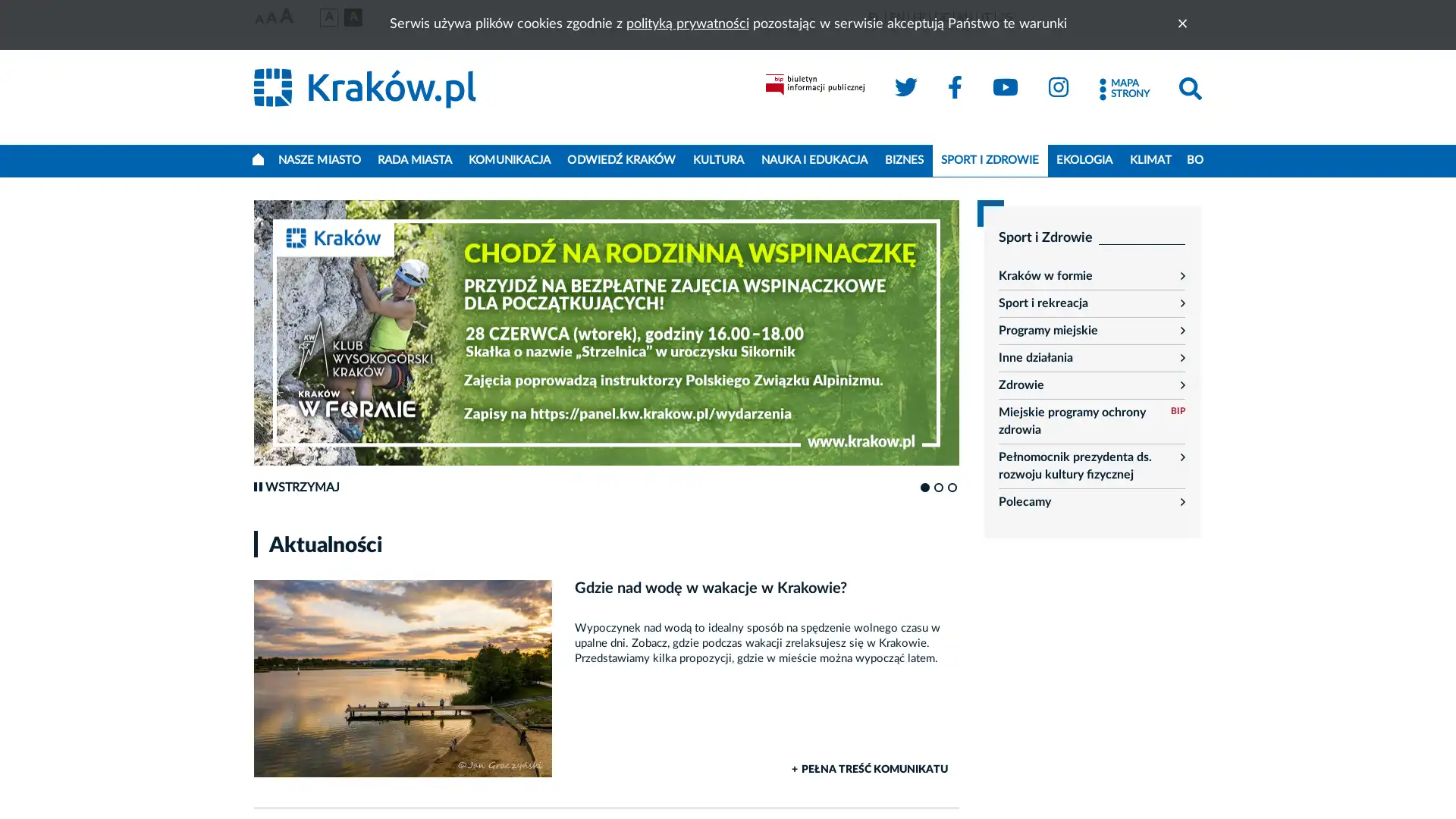 Image resolution: width=1456 pixels, height=819 pixels. I want to click on Go to slide 2, so click(938, 488).